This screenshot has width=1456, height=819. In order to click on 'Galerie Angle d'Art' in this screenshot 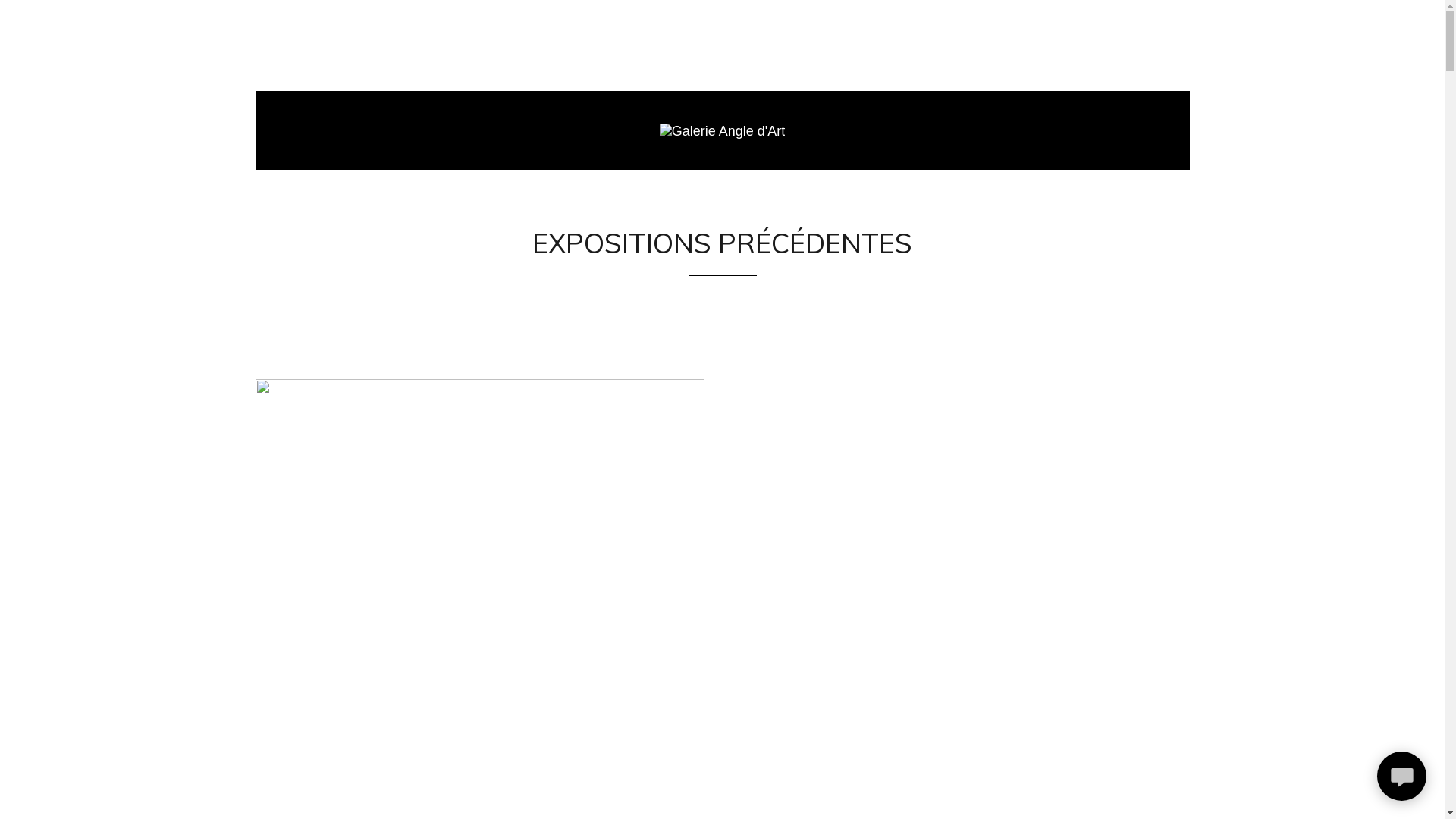, I will do `click(722, 130)`.